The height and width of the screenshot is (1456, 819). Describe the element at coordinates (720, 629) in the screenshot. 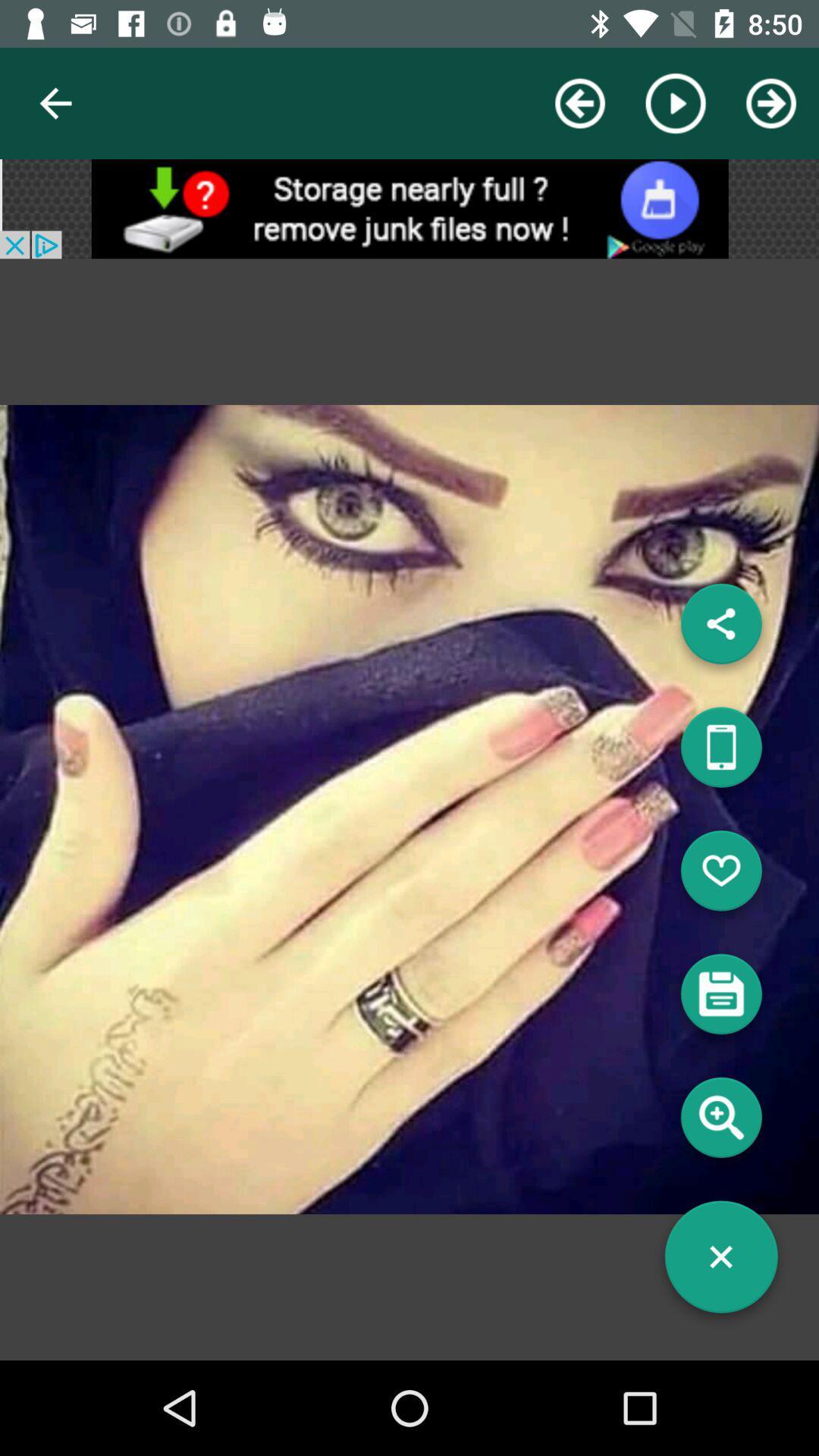

I see `share the photo` at that location.